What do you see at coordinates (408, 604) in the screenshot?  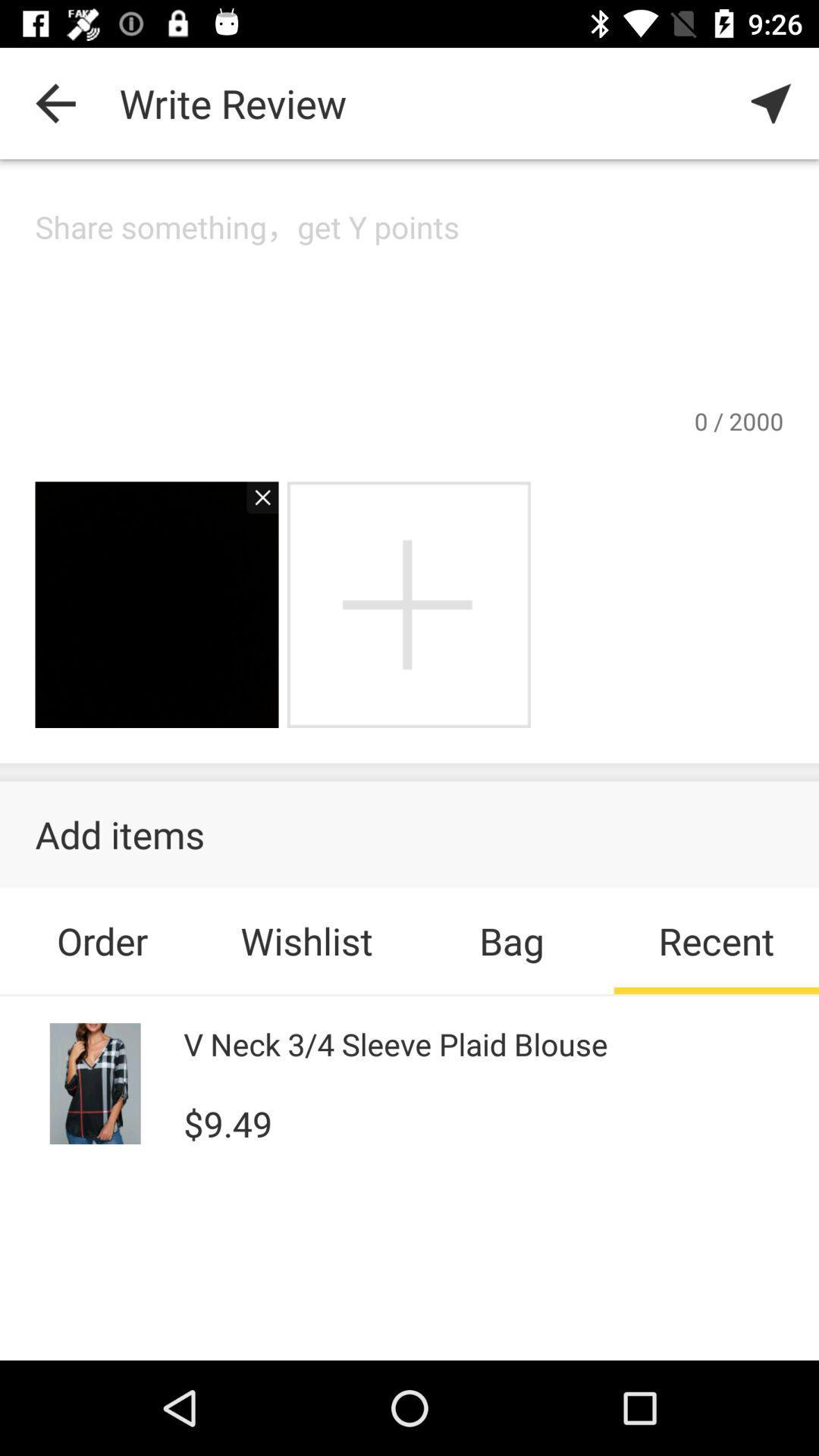 I see `photo` at bounding box center [408, 604].